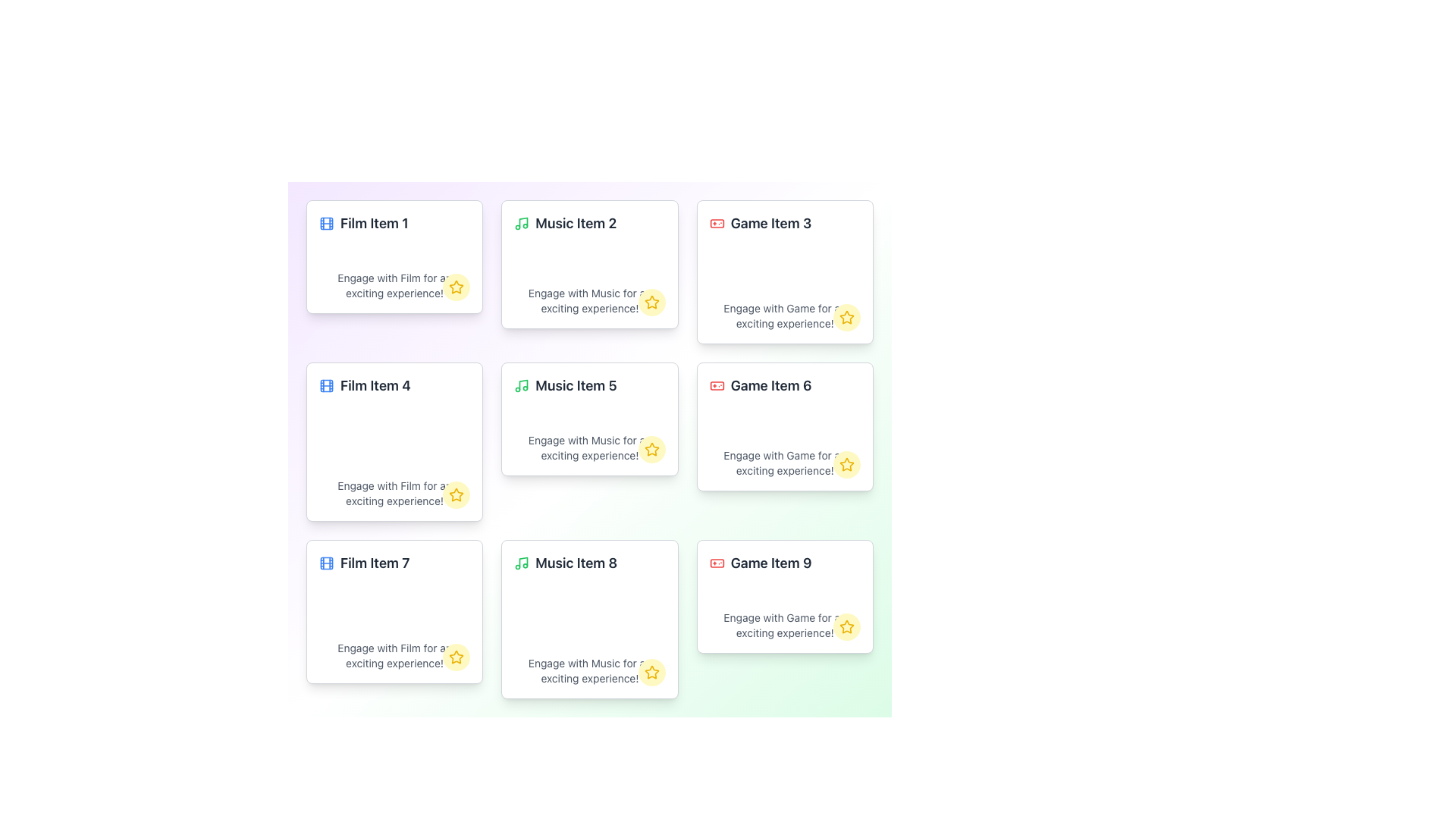 This screenshot has height=819, width=1456. What do you see at coordinates (326, 563) in the screenshot?
I see `the blue rectangular Icon Component with rounded corners that represents a film symbol, located to the left of the text 'Film Item 7'` at bounding box center [326, 563].